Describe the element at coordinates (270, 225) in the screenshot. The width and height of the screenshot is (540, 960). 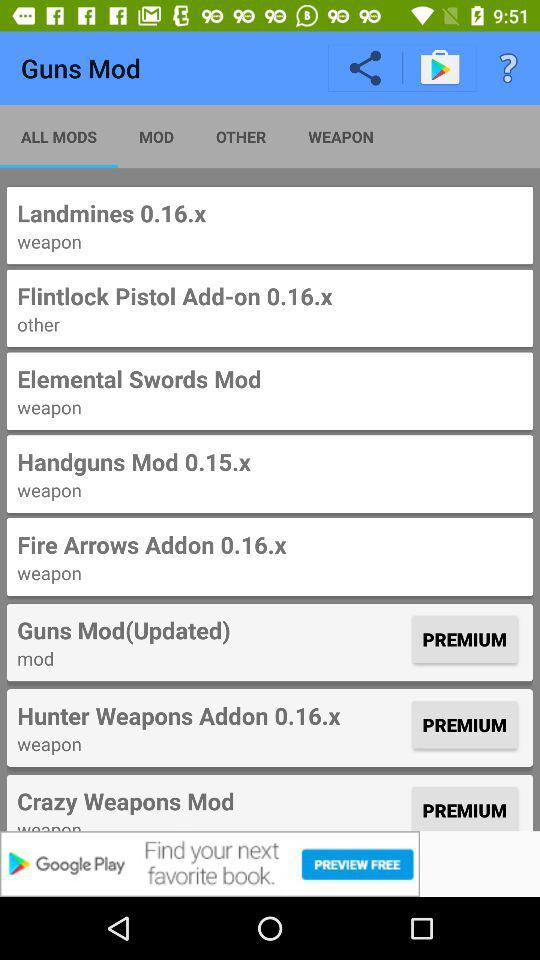
I see `the field landmines 016x` at that location.